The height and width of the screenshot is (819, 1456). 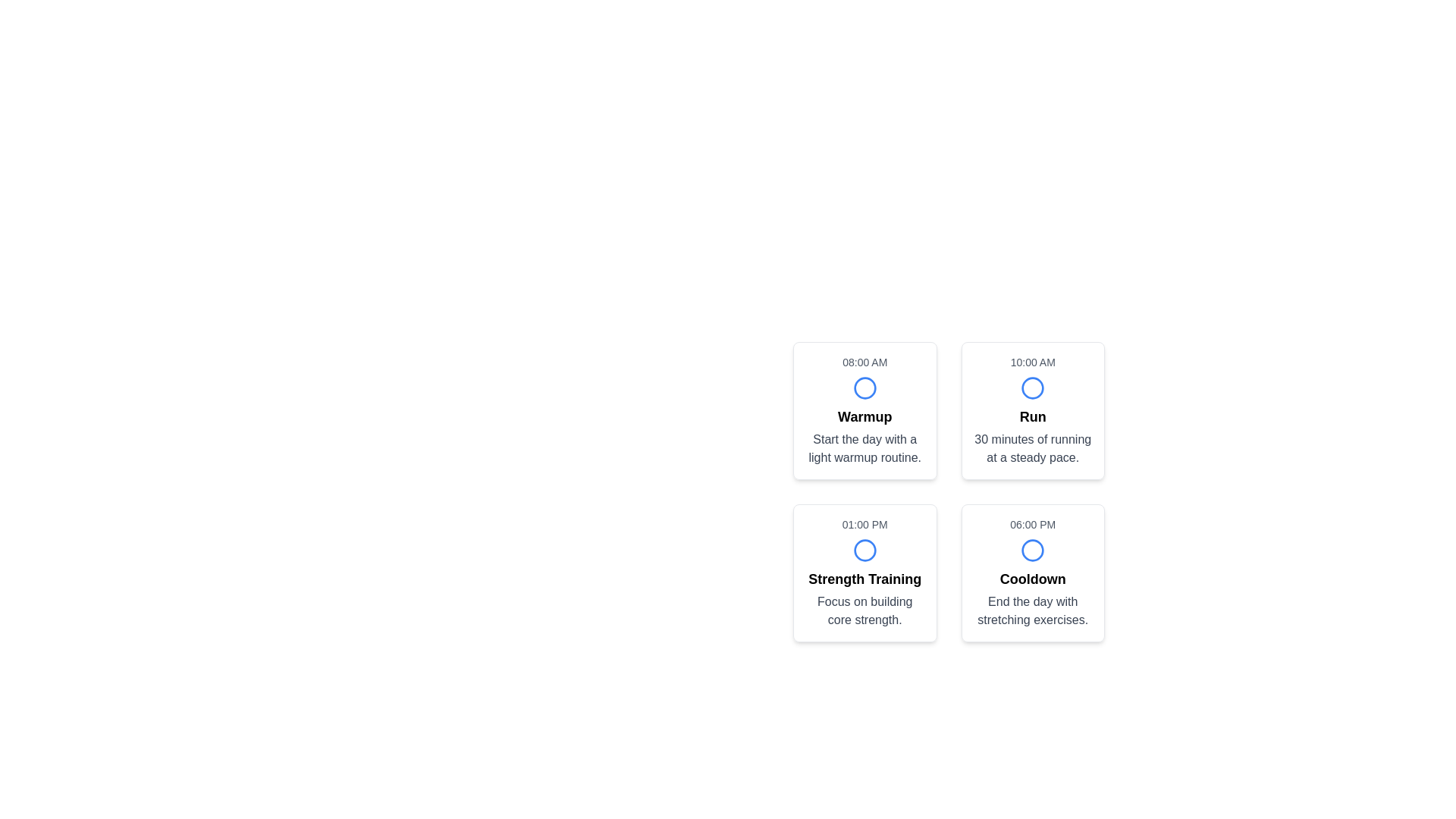 What do you see at coordinates (864, 362) in the screenshot?
I see `the timestamp text label located at the top of the 'Warmup' card, which indicates the starting time of the activity` at bounding box center [864, 362].